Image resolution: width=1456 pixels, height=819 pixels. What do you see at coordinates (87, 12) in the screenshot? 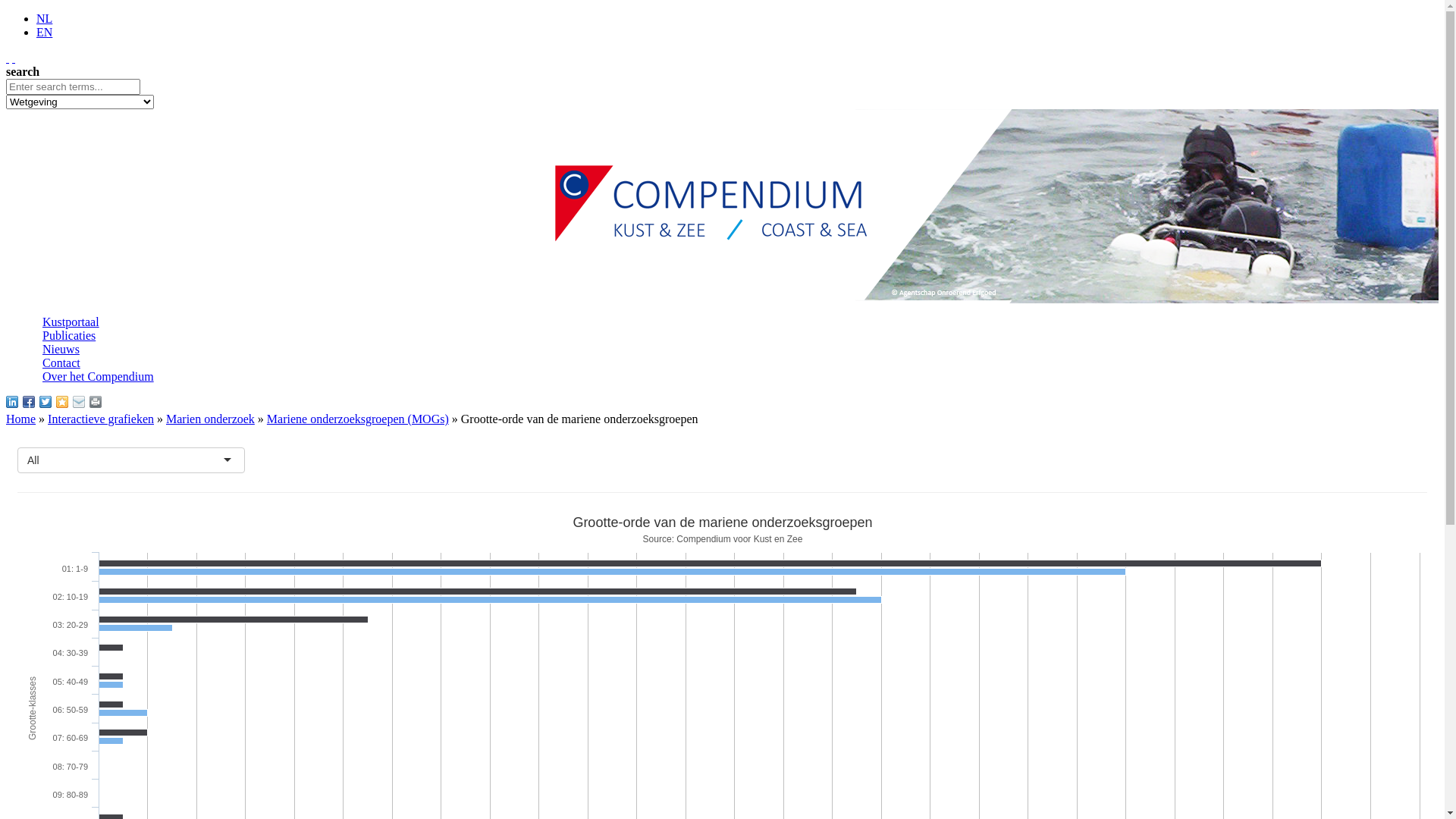
I see `'Overslaan en naar de inhoud gaan'` at bounding box center [87, 12].